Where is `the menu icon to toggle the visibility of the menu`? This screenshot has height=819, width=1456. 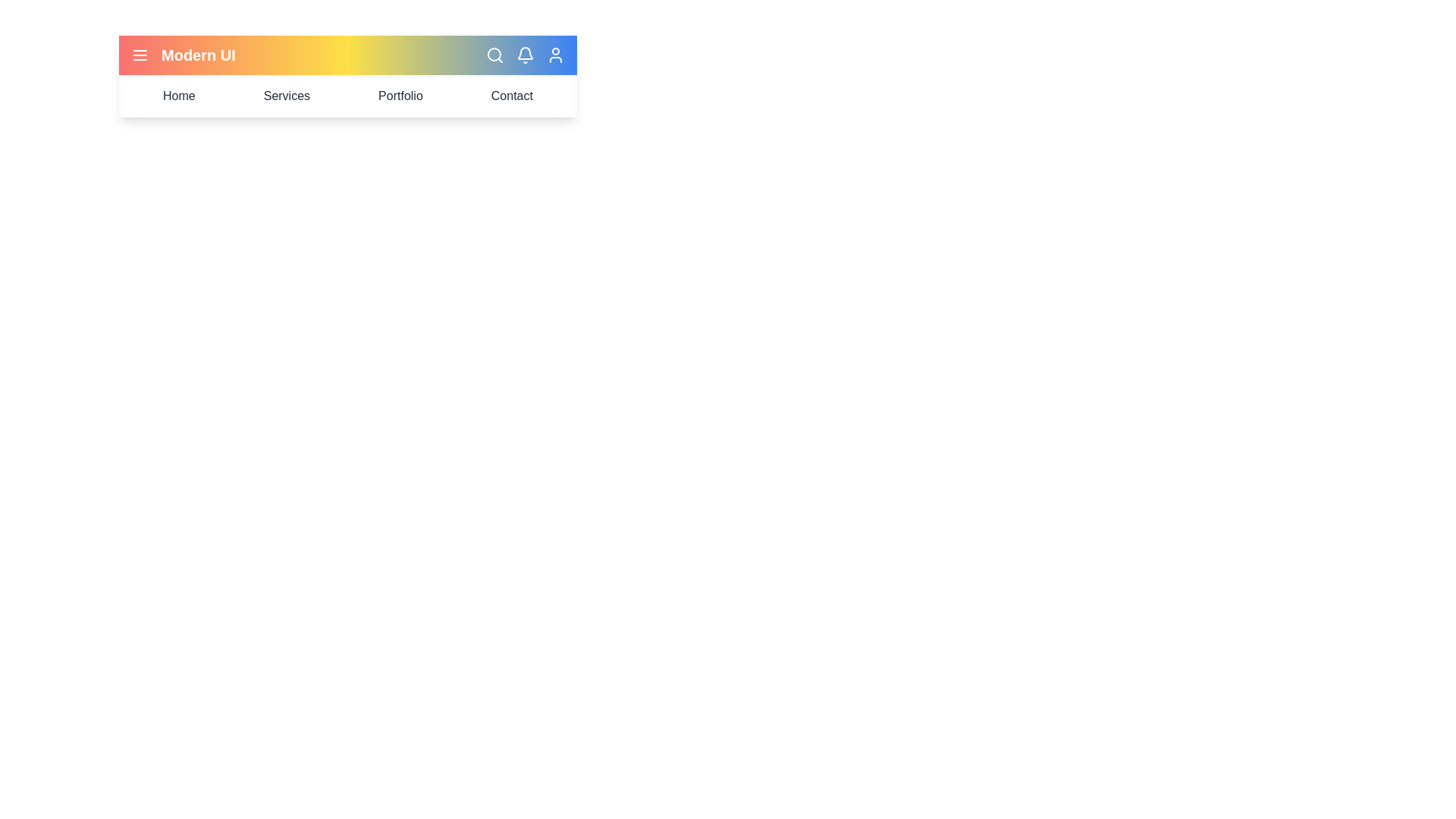
the menu icon to toggle the visibility of the menu is located at coordinates (140, 55).